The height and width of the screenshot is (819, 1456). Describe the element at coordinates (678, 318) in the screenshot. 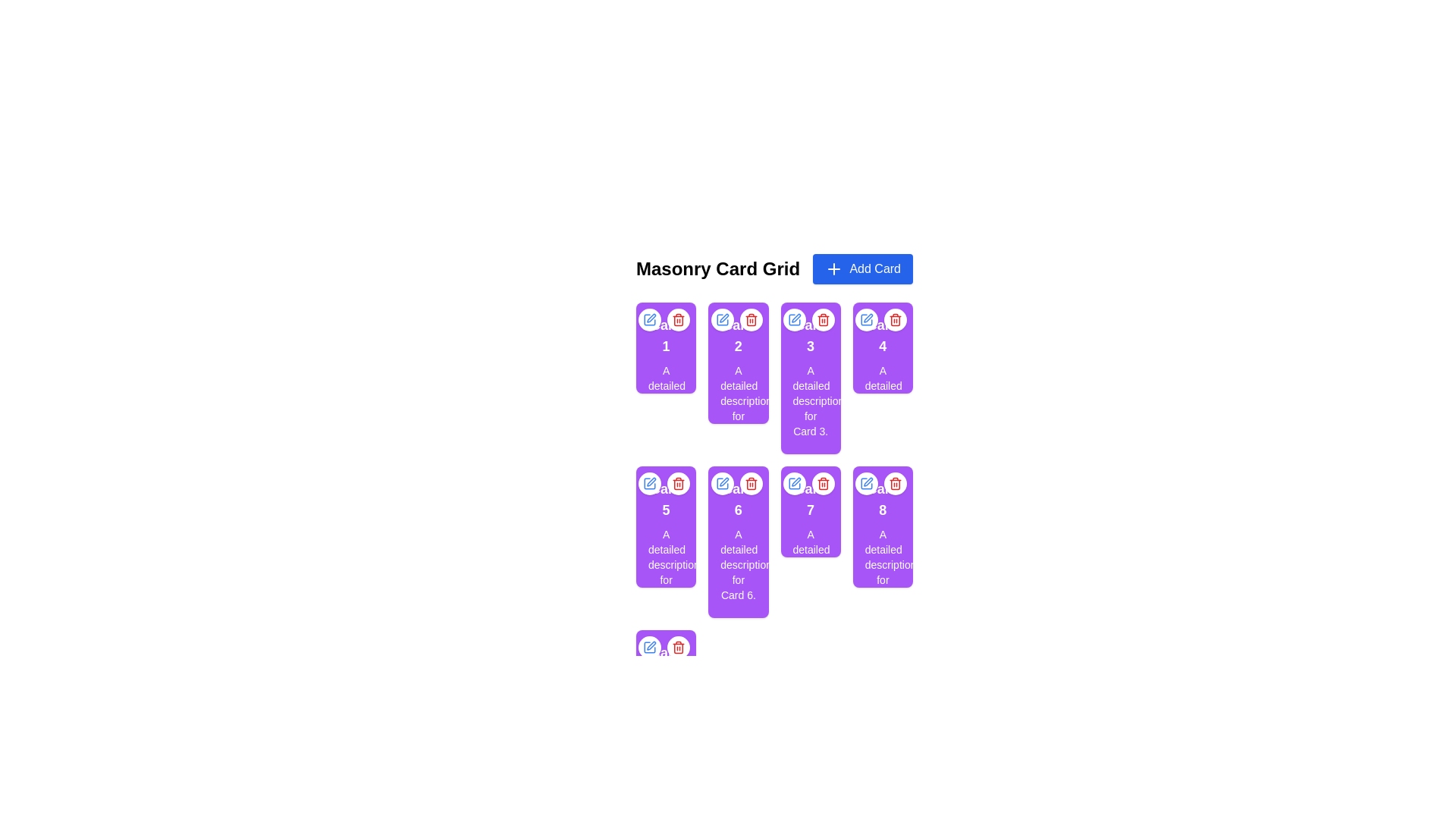

I see `the delete button located at the top-right of the card in the grid layout to observe the hover effect` at that location.